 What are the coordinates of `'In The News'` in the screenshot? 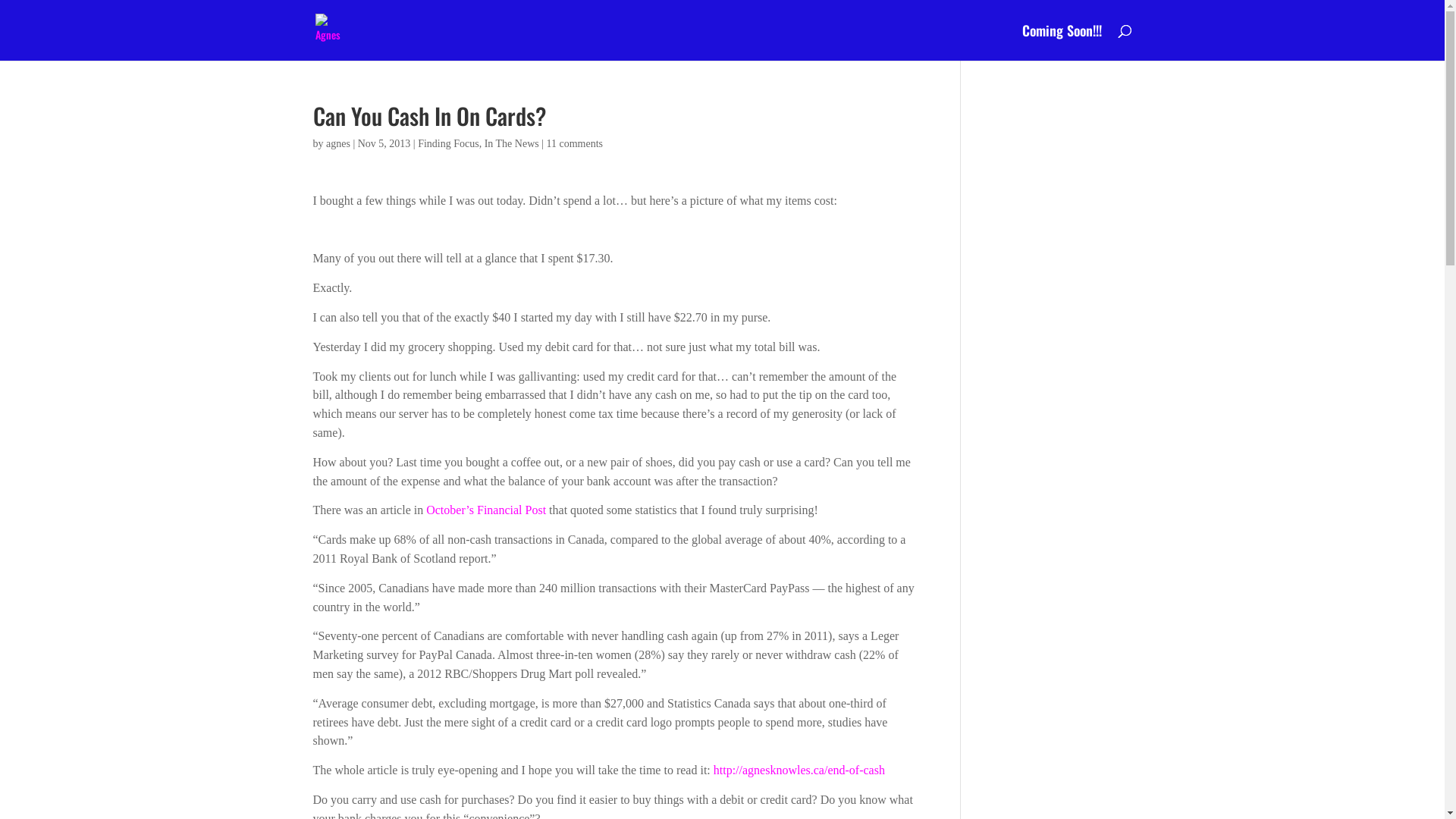 It's located at (512, 143).